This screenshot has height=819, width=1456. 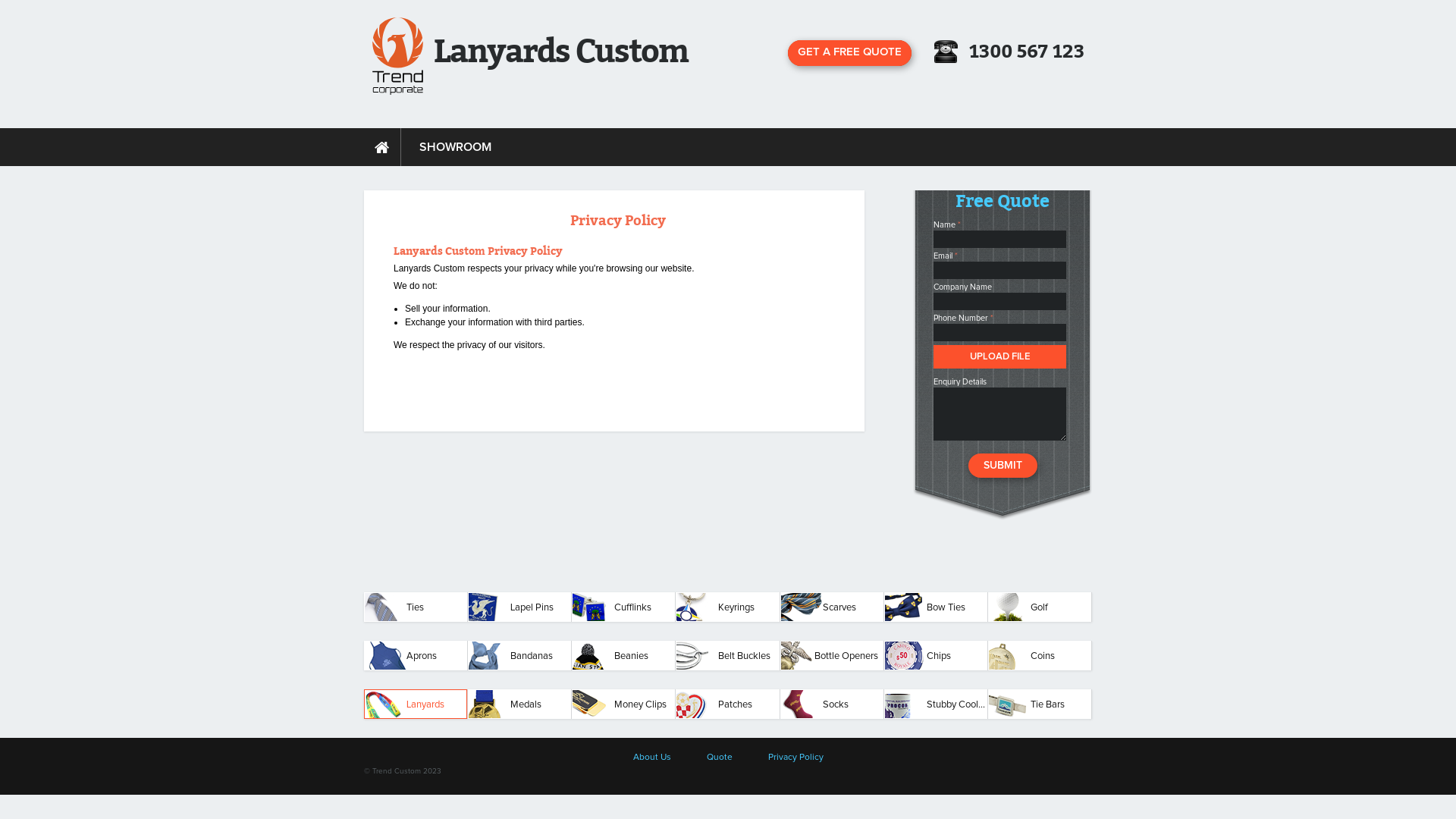 What do you see at coordinates (999, 356) in the screenshot?
I see `'UPLOAD FILE'` at bounding box center [999, 356].